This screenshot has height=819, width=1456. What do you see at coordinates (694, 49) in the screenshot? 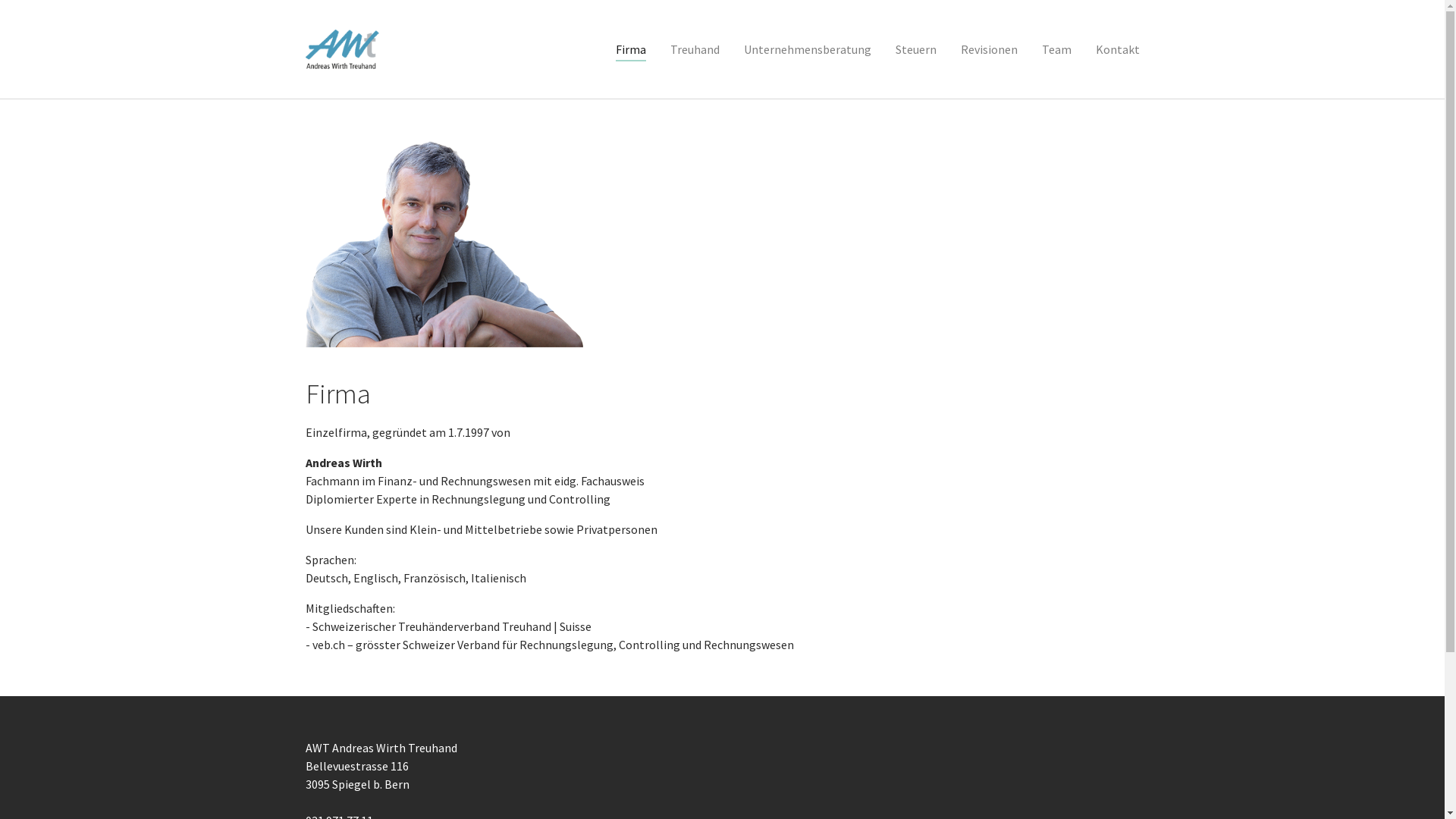
I see `'Treuhand'` at bounding box center [694, 49].